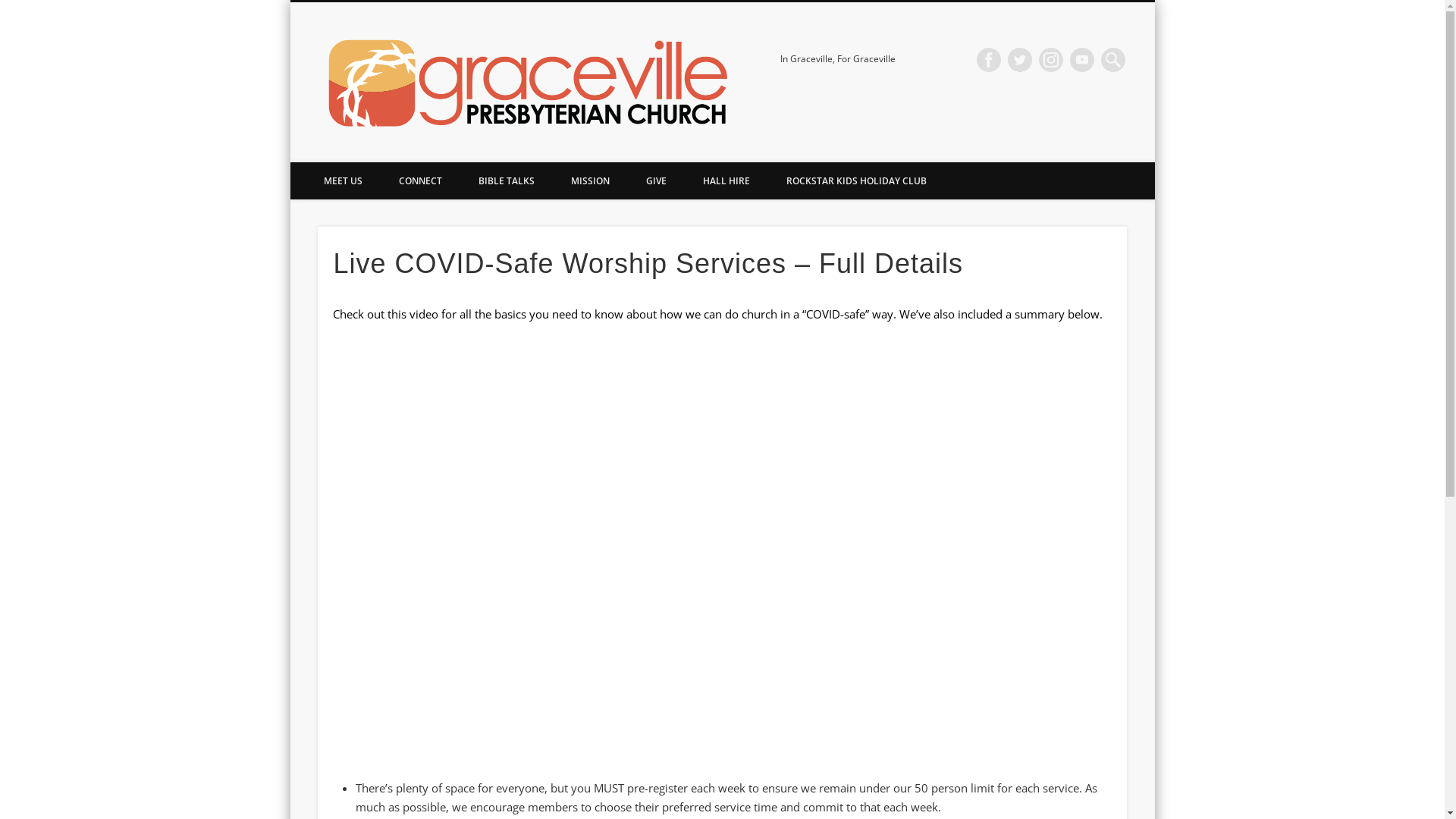 Image resolution: width=1456 pixels, height=819 pixels. I want to click on 'Facebook', so click(989, 58).